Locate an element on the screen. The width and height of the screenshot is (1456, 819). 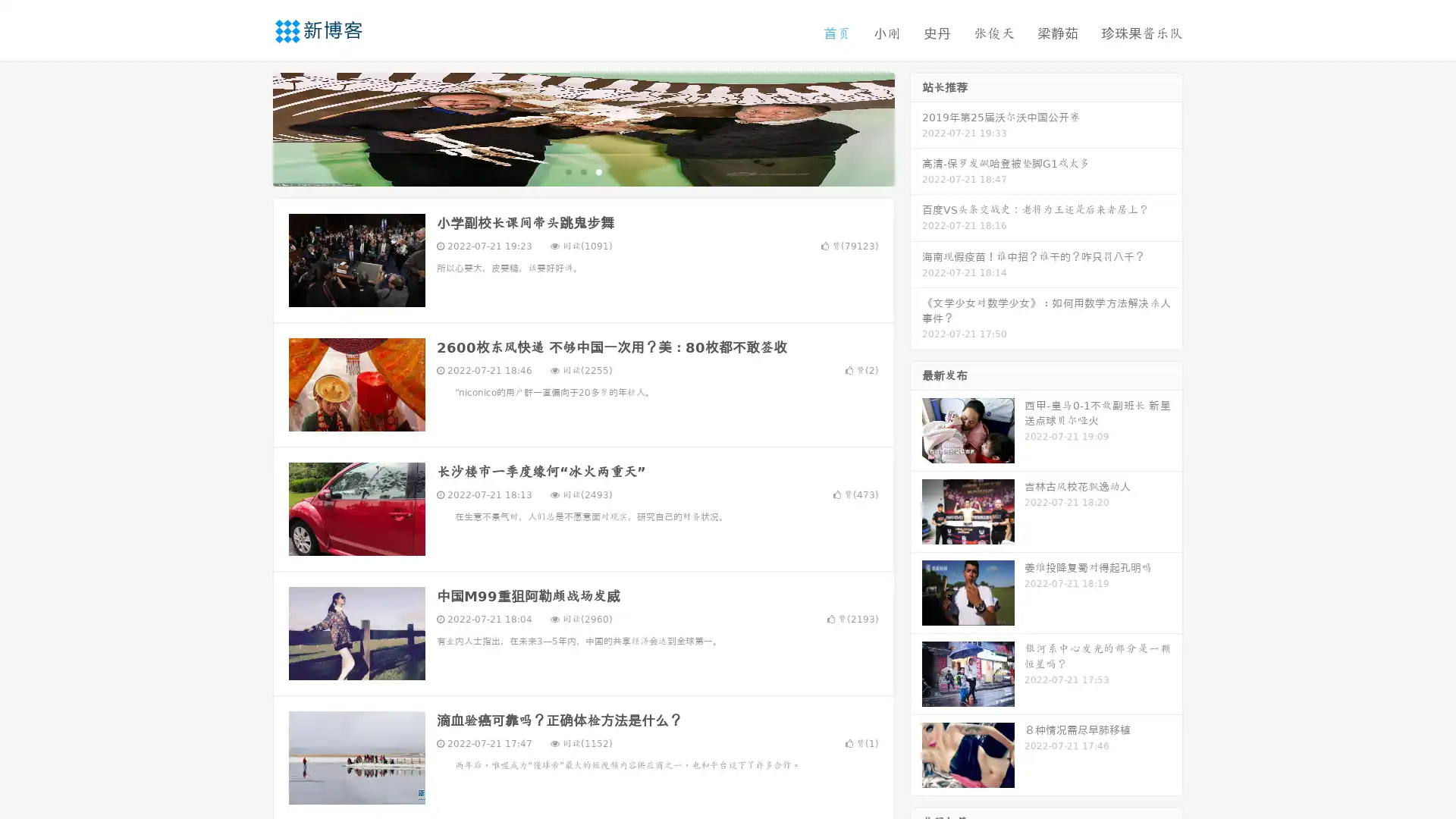
Go to slide 1 is located at coordinates (567, 171).